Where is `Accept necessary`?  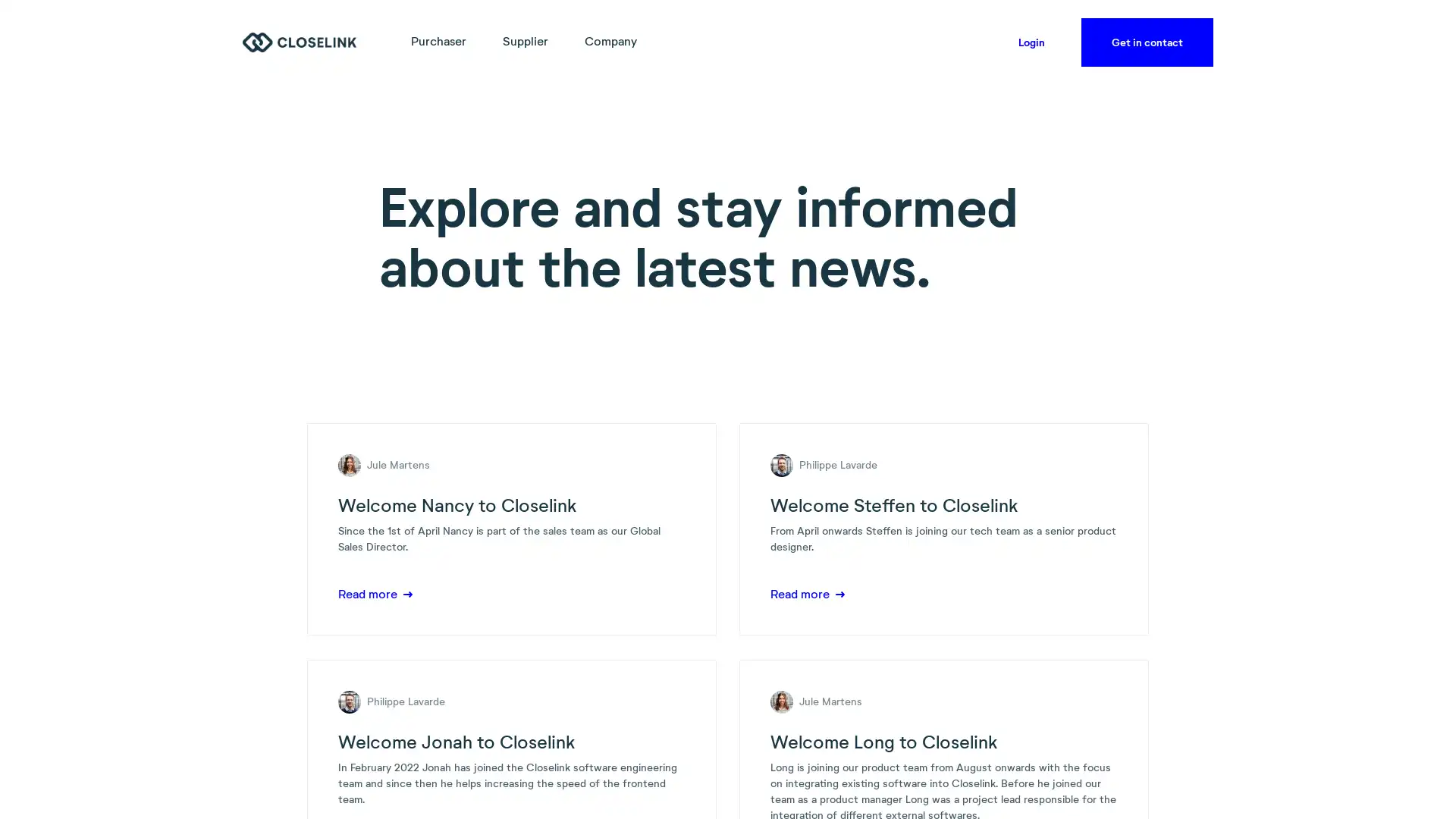 Accept necessary is located at coordinates (628, 529).